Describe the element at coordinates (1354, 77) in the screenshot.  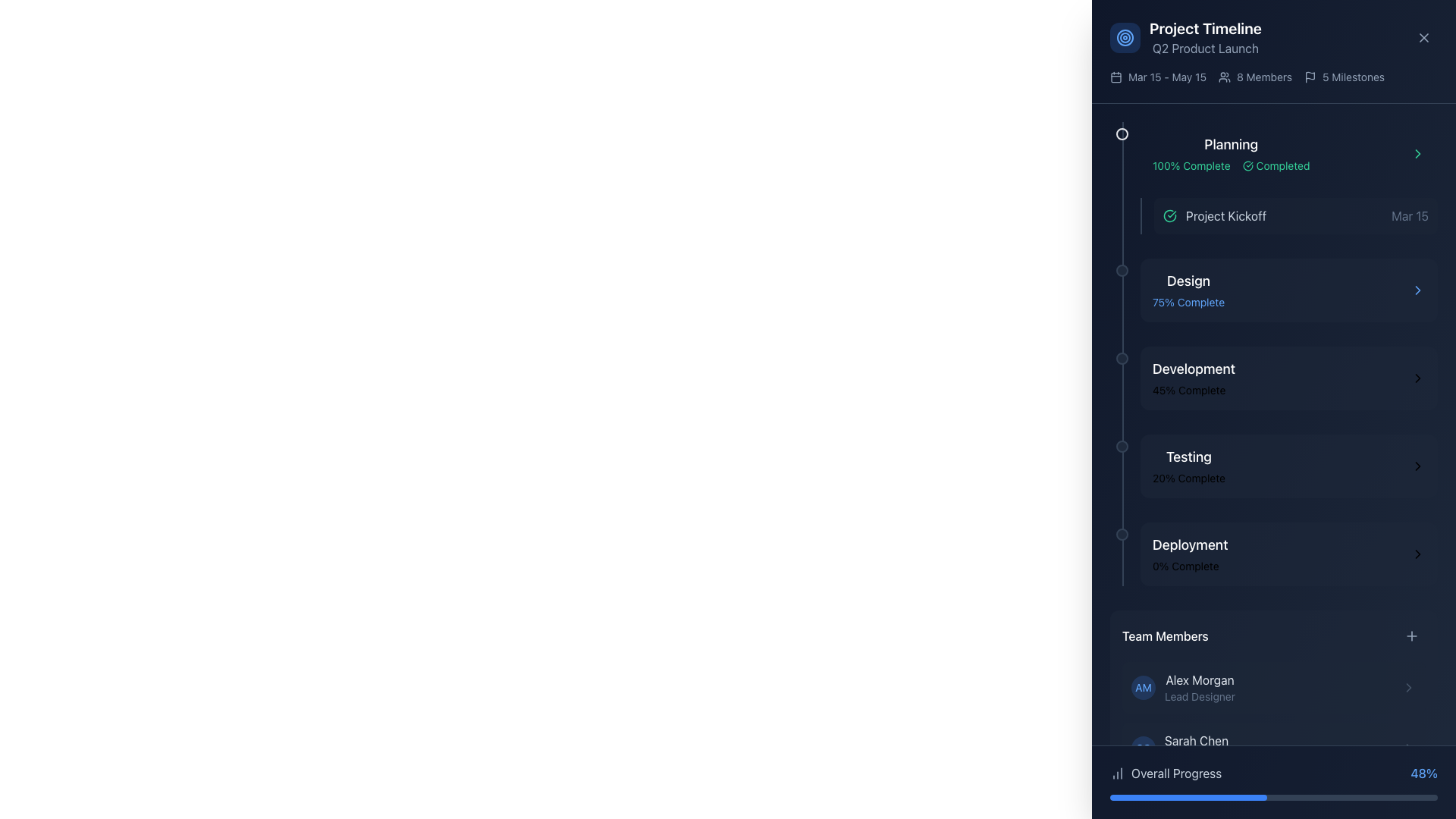
I see `the static text label that displays the number of milestones associated with the project, located at the top-right corner of the interface, to the right of a flag icon` at that location.